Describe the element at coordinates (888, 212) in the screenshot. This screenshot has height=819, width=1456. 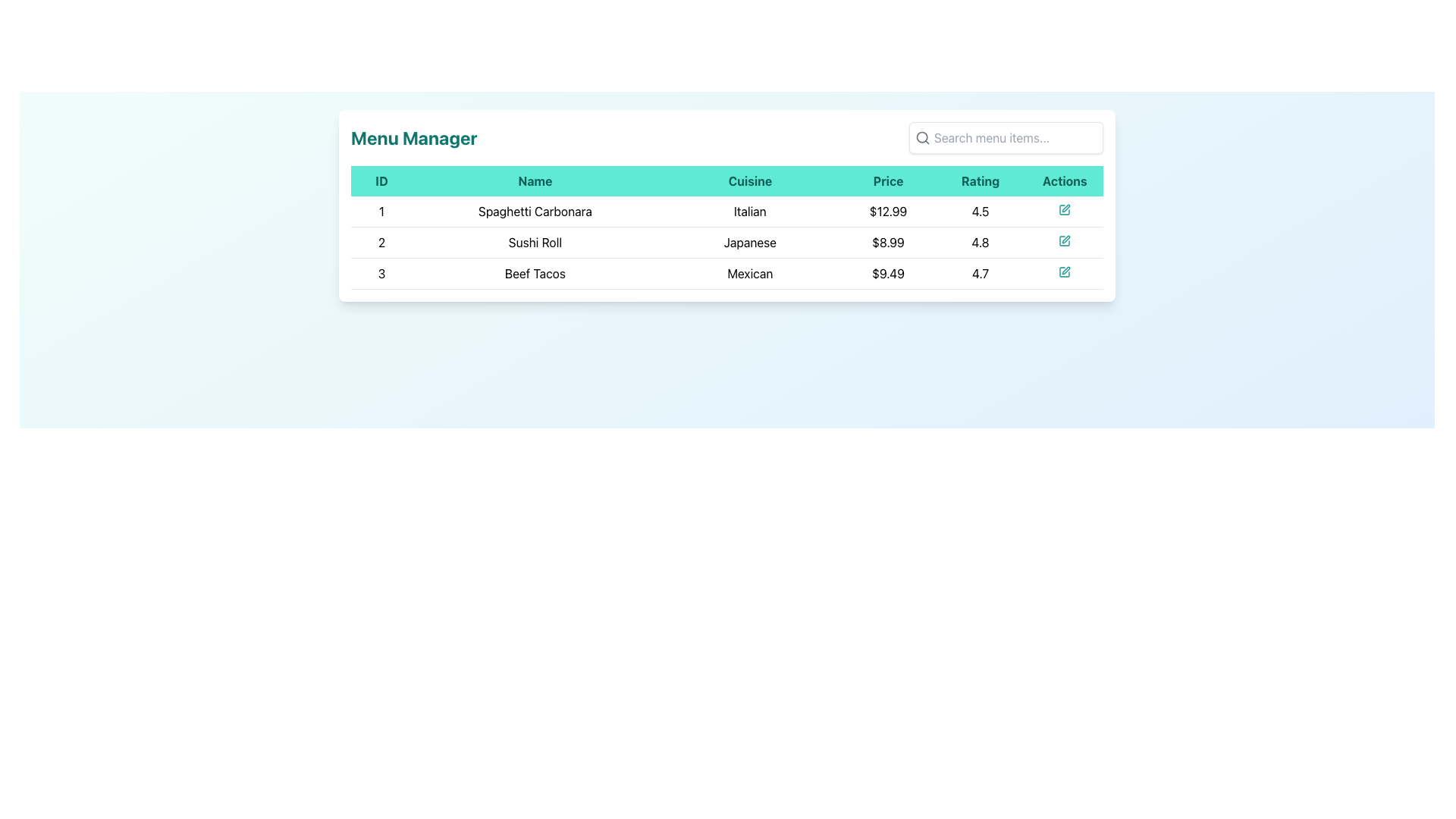
I see `the static text label displaying the price of 'Spaghetti Carbonara' located in the fourth column of the first row of the table, adjacent to 'Italian' and '4.5'` at that location.